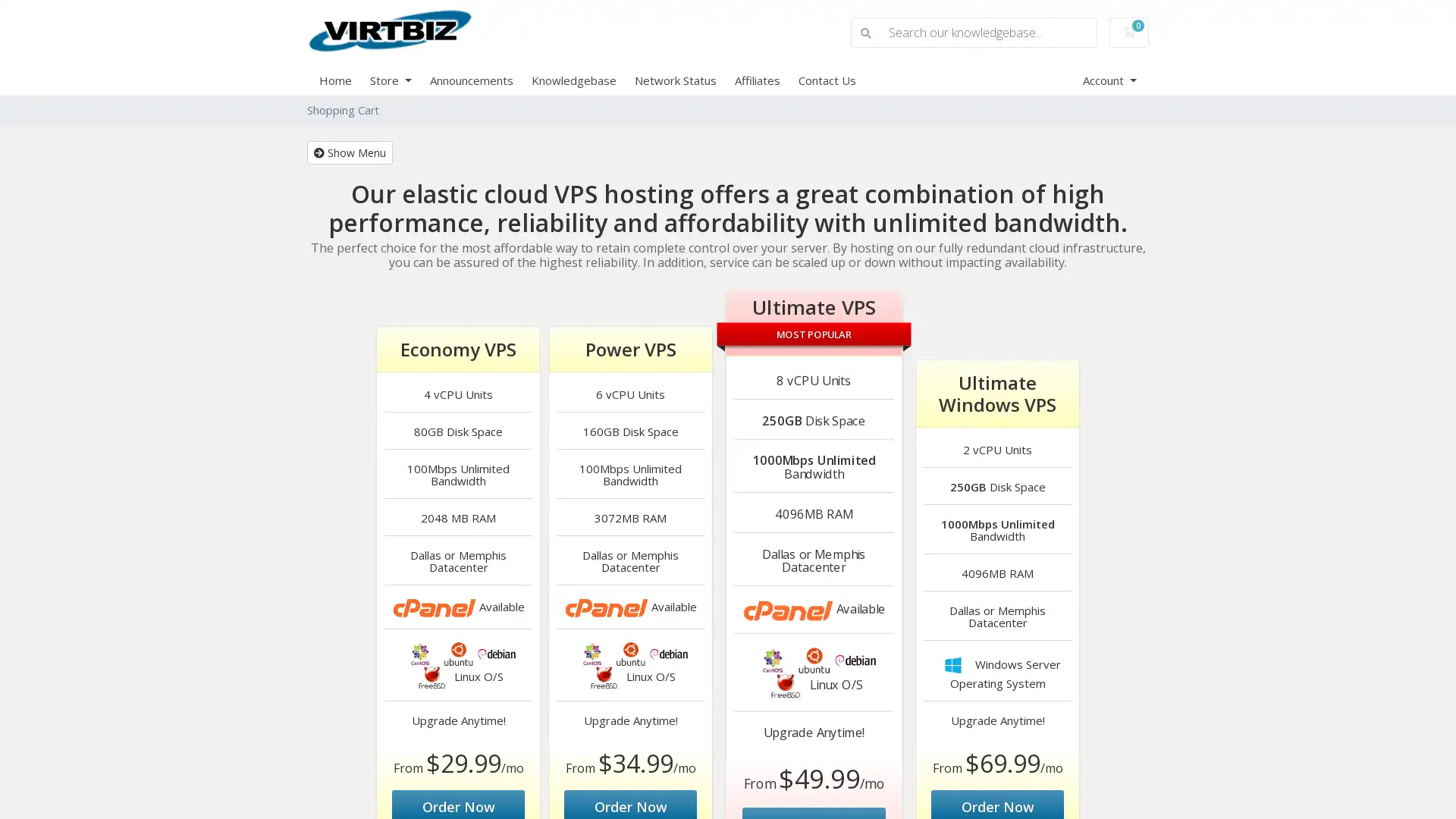 Image resolution: width=1456 pixels, height=819 pixels. What do you see at coordinates (349, 152) in the screenshot?
I see `Show Menu` at bounding box center [349, 152].